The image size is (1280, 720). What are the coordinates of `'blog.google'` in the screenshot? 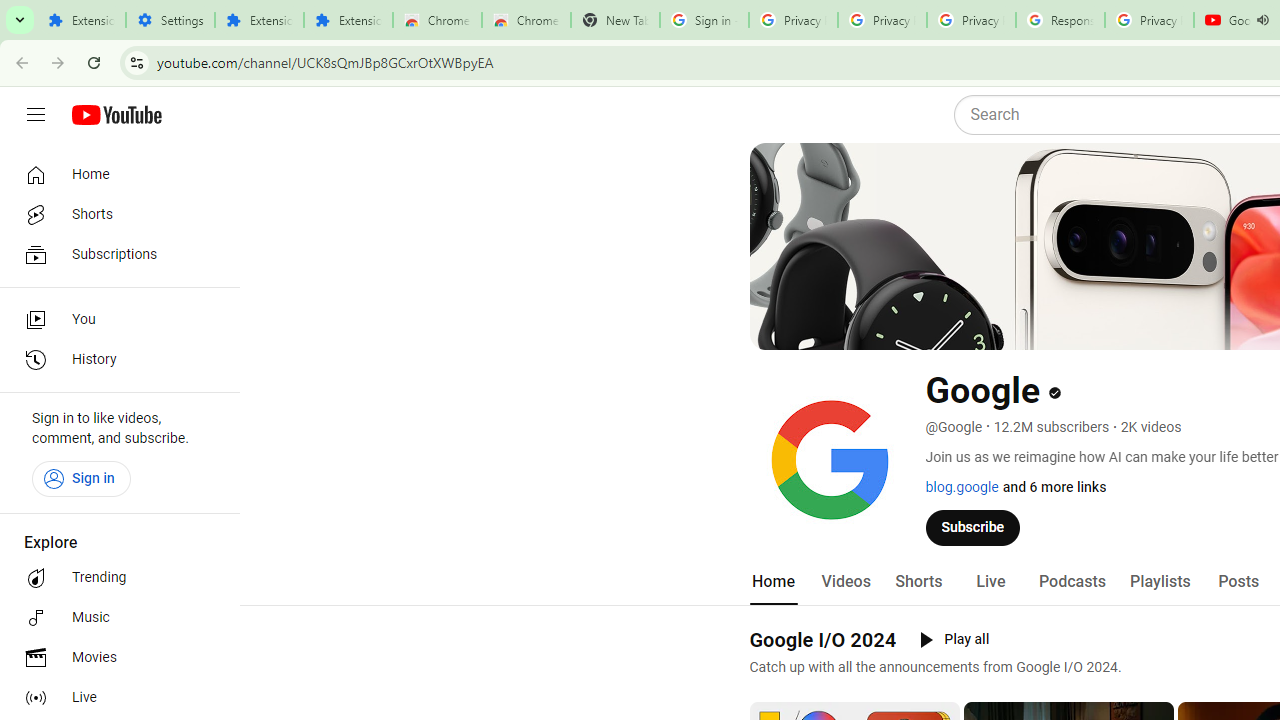 It's located at (961, 487).